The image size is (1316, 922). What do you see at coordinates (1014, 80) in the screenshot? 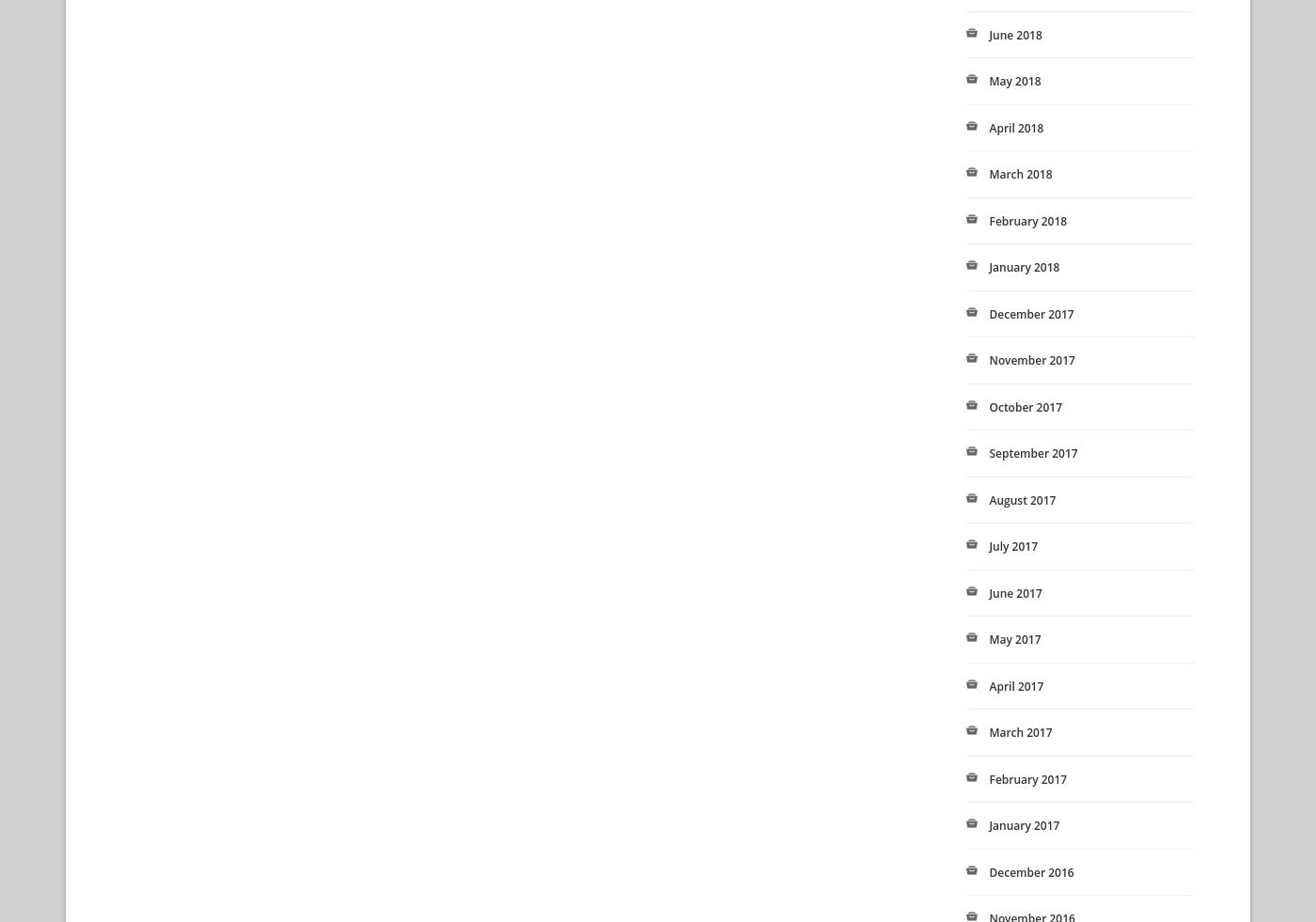
I see `'May 2018'` at bounding box center [1014, 80].